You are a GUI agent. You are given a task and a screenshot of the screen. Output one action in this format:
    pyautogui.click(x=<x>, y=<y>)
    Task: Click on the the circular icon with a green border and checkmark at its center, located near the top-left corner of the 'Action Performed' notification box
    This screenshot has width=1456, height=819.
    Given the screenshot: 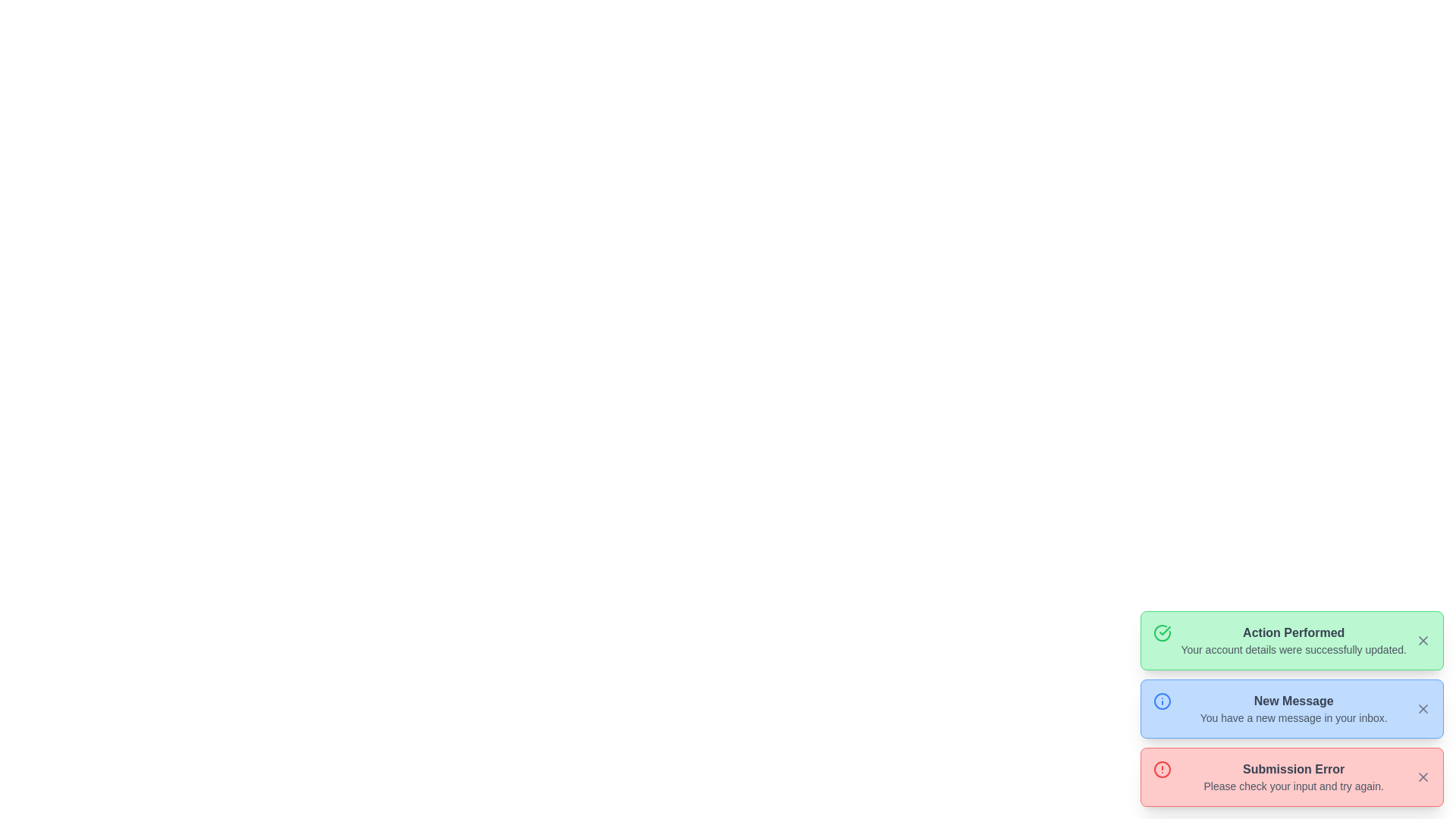 What is the action you would take?
    pyautogui.click(x=1162, y=632)
    